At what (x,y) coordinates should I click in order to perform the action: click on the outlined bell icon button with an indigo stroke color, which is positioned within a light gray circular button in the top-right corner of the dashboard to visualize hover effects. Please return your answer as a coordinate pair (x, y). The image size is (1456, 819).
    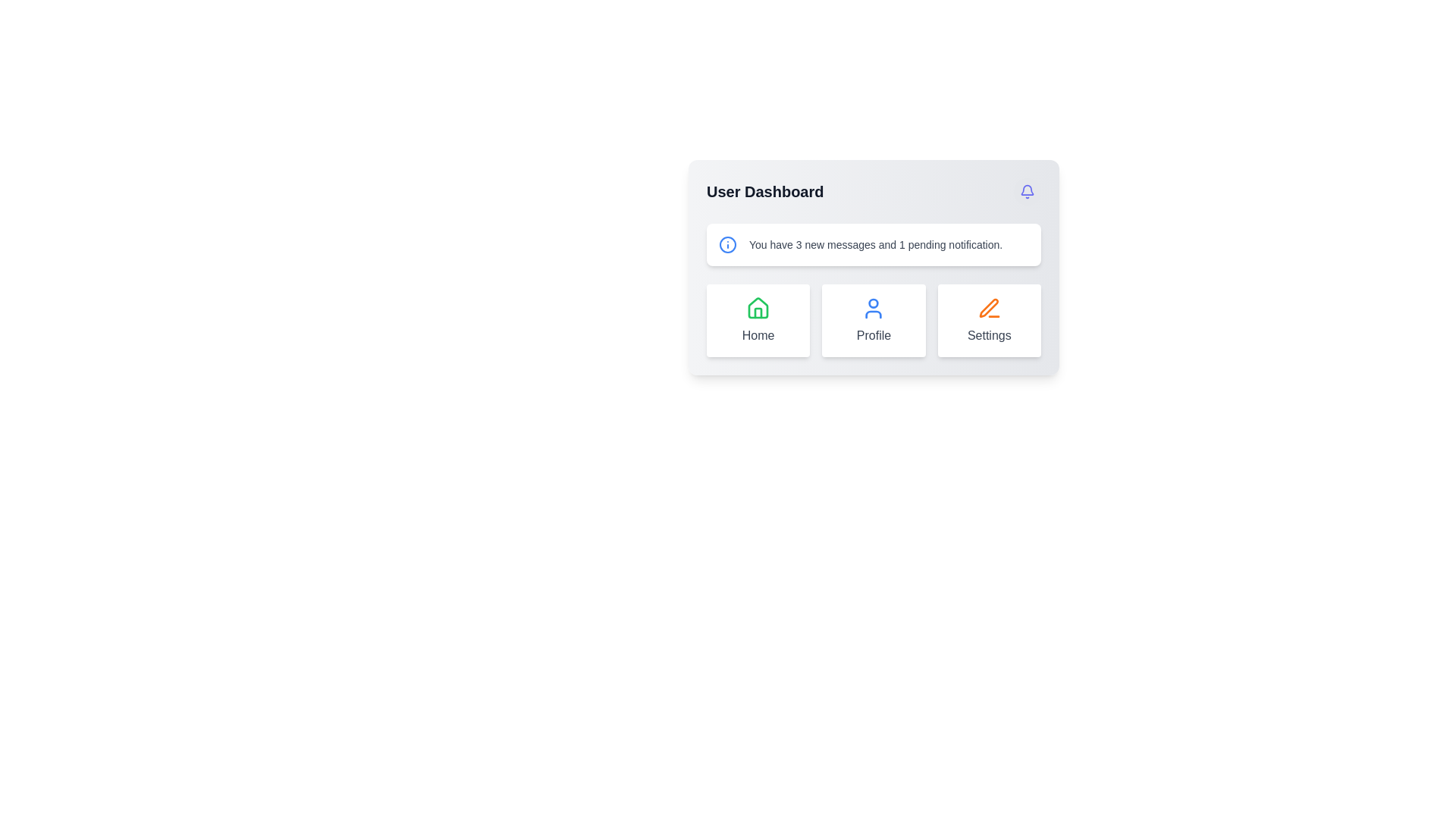
    Looking at the image, I should click on (1027, 191).